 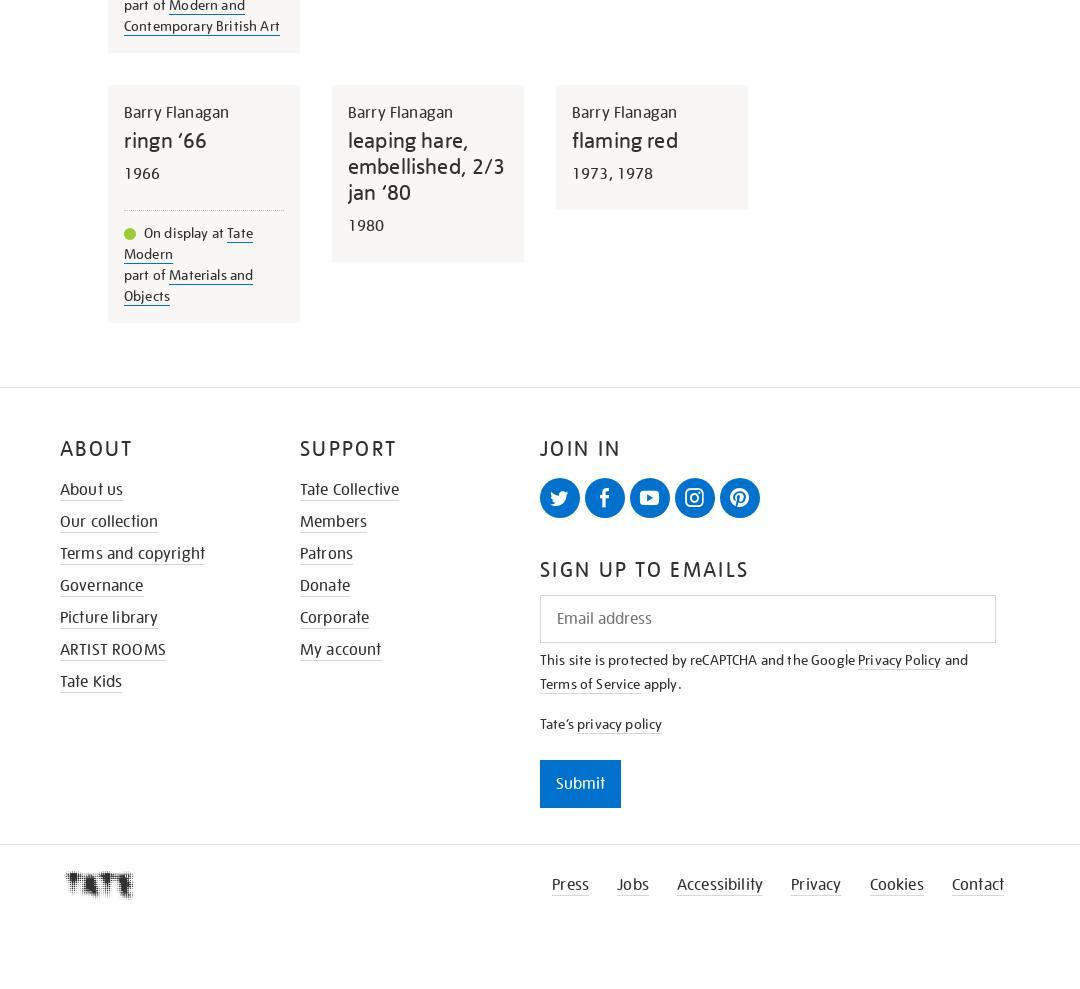 What do you see at coordinates (751, 525) in the screenshot?
I see `'Pinterest'` at bounding box center [751, 525].